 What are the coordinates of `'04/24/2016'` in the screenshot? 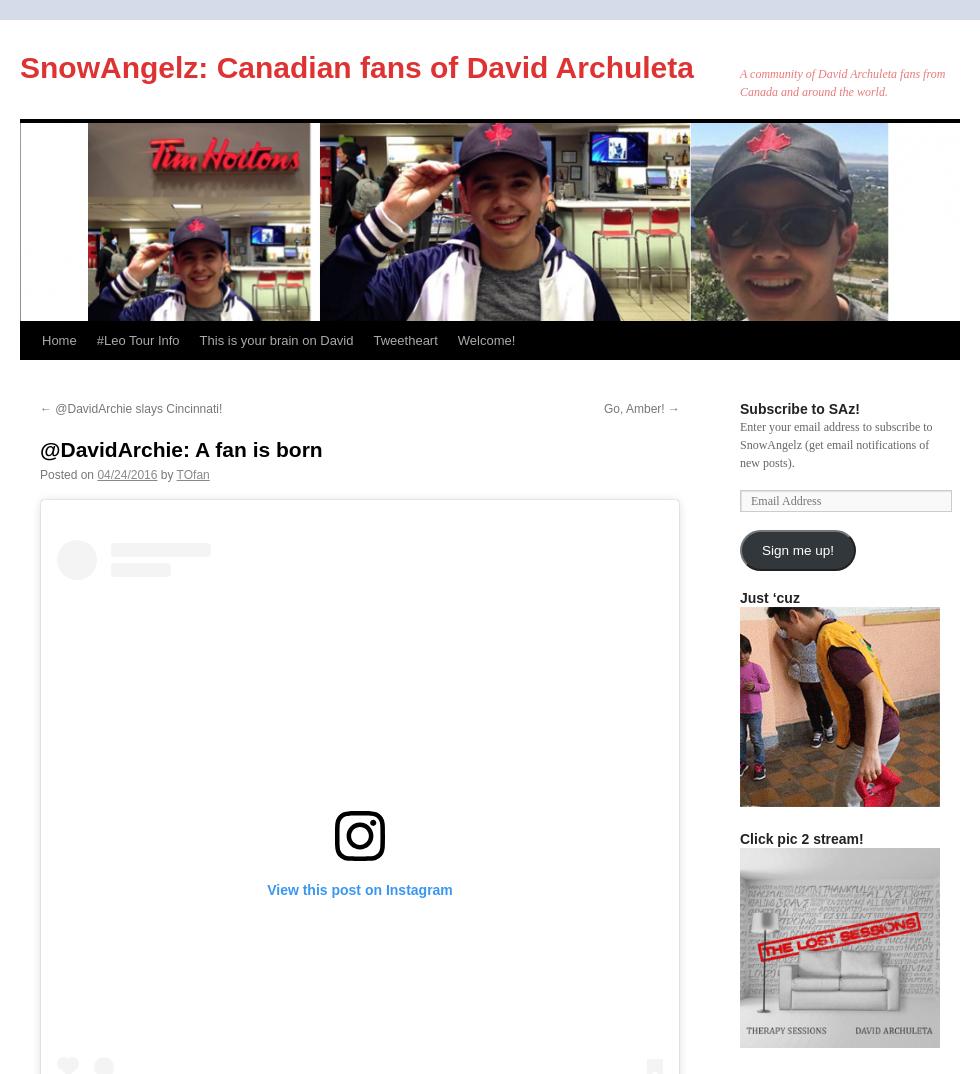 It's located at (127, 474).